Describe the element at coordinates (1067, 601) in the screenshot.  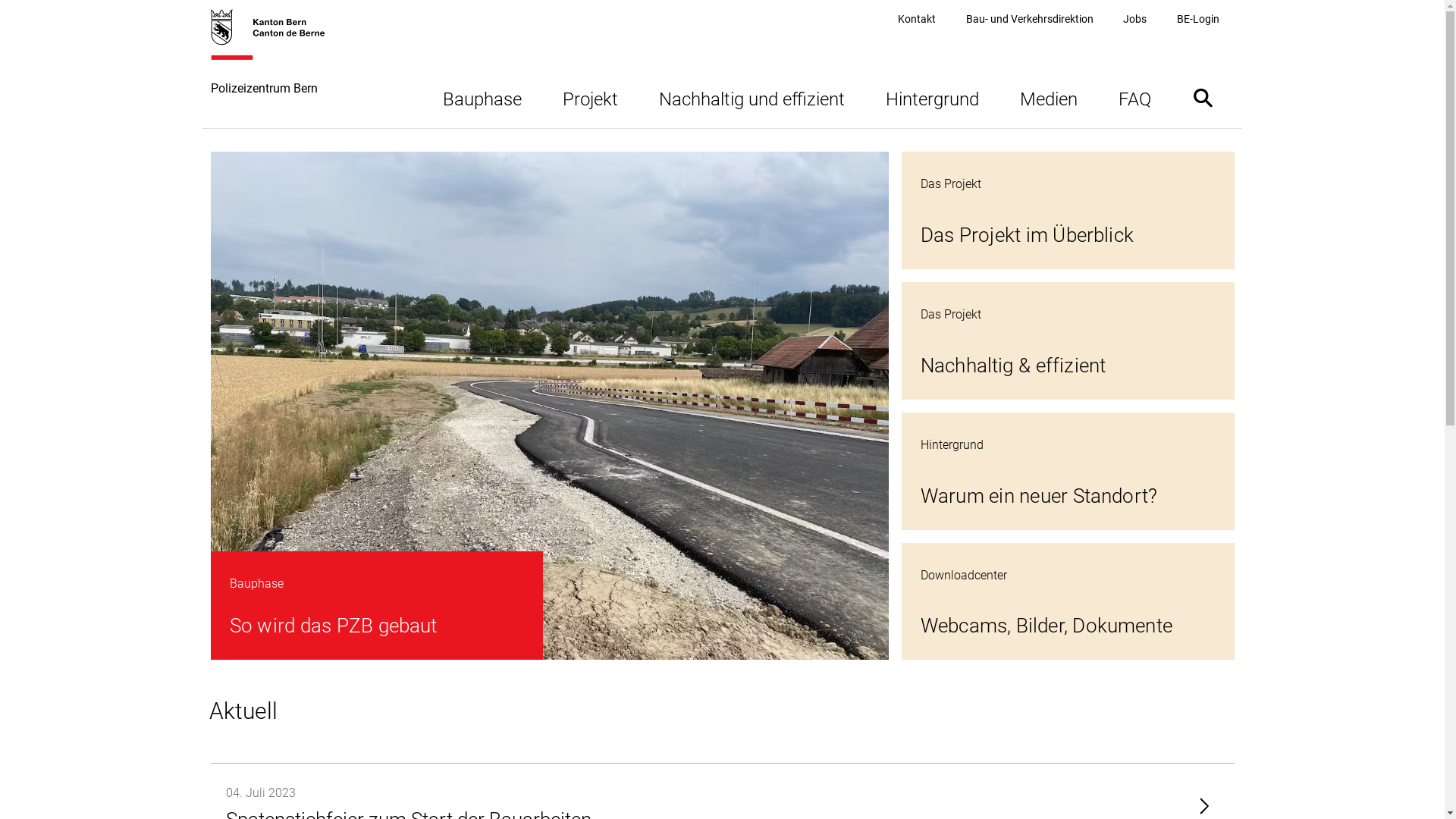
I see `'Webcams, Bilder, Dokumente` at that location.